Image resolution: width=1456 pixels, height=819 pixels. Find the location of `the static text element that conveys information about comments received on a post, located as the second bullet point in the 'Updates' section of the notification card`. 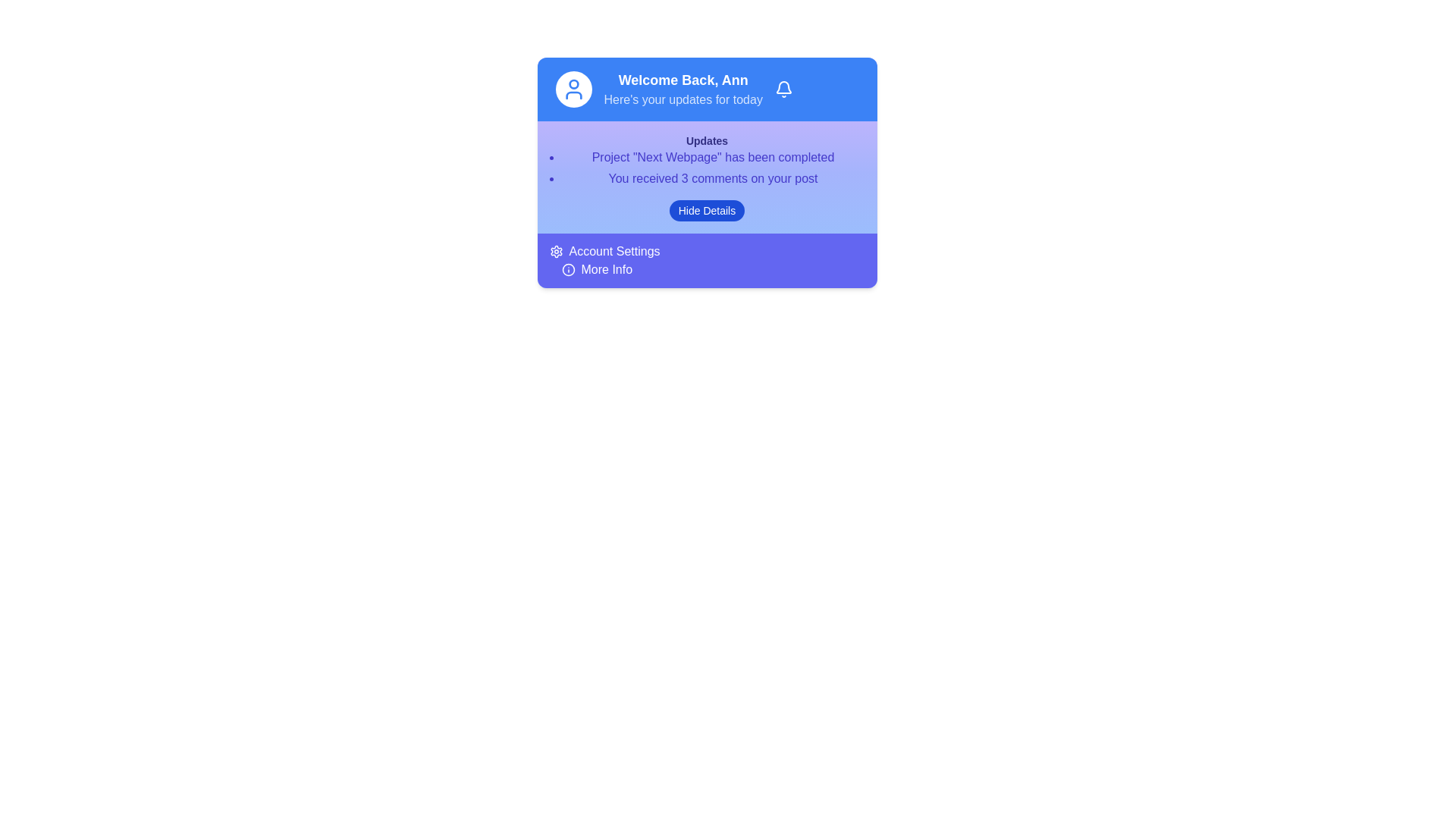

the static text element that conveys information about comments received on a post, located as the second bullet point in the 'Updates' section of the notification card is located at coordinates (712, 177).